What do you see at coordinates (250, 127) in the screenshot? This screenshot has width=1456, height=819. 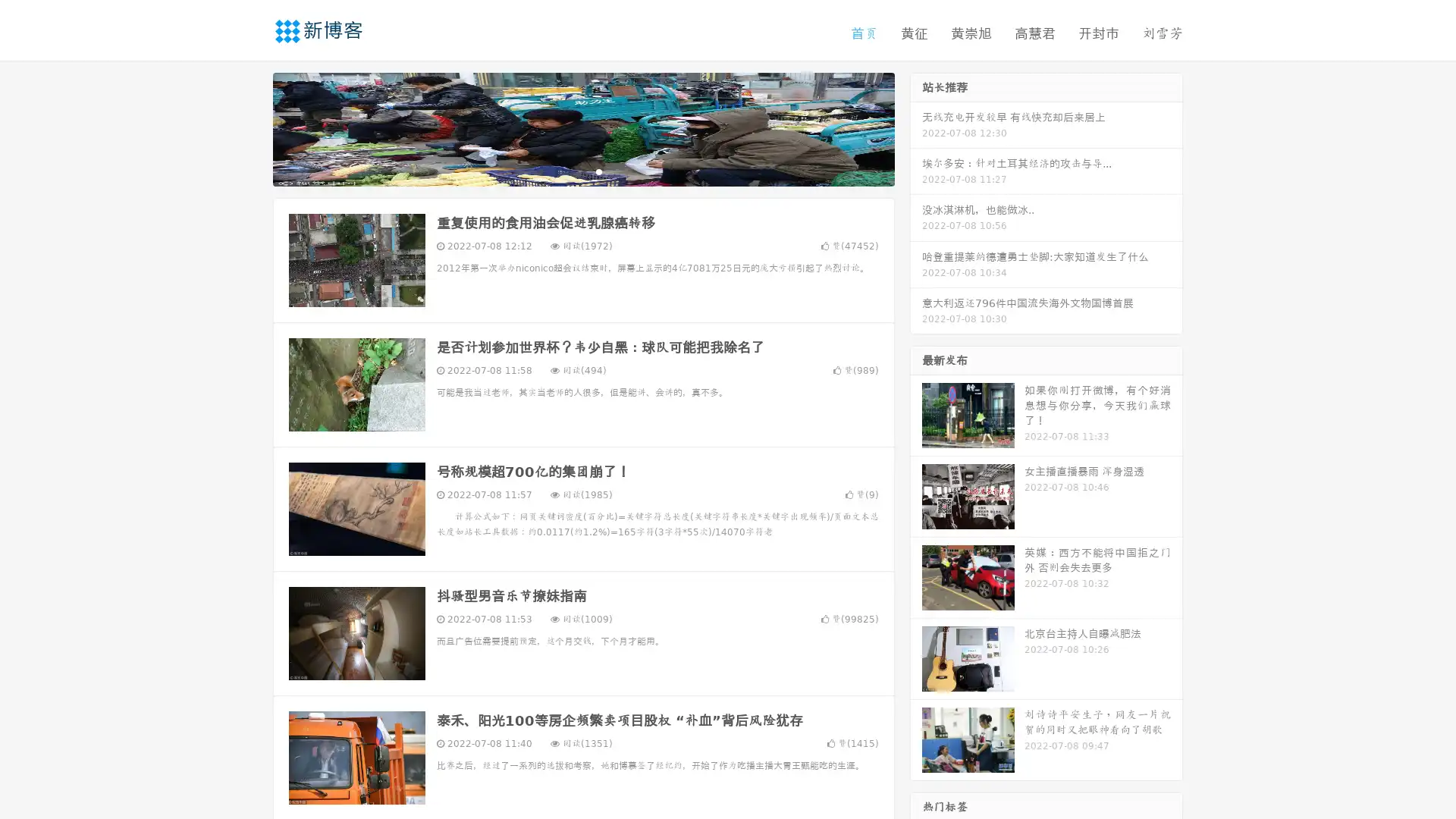 I see `Previous slide` at bounding box center [250, 127].